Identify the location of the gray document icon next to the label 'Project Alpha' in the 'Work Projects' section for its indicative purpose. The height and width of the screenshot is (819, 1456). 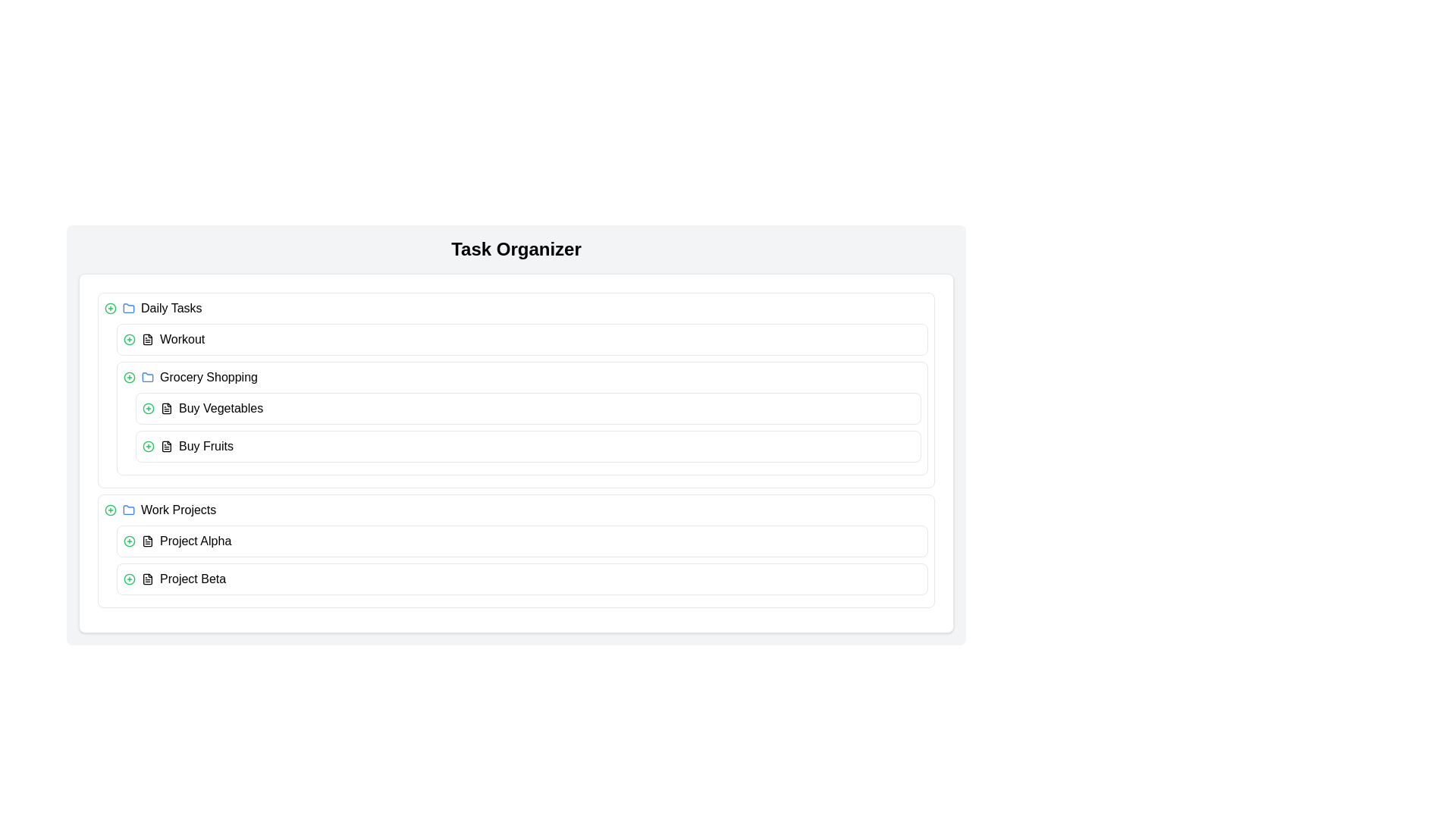
(148, 540).